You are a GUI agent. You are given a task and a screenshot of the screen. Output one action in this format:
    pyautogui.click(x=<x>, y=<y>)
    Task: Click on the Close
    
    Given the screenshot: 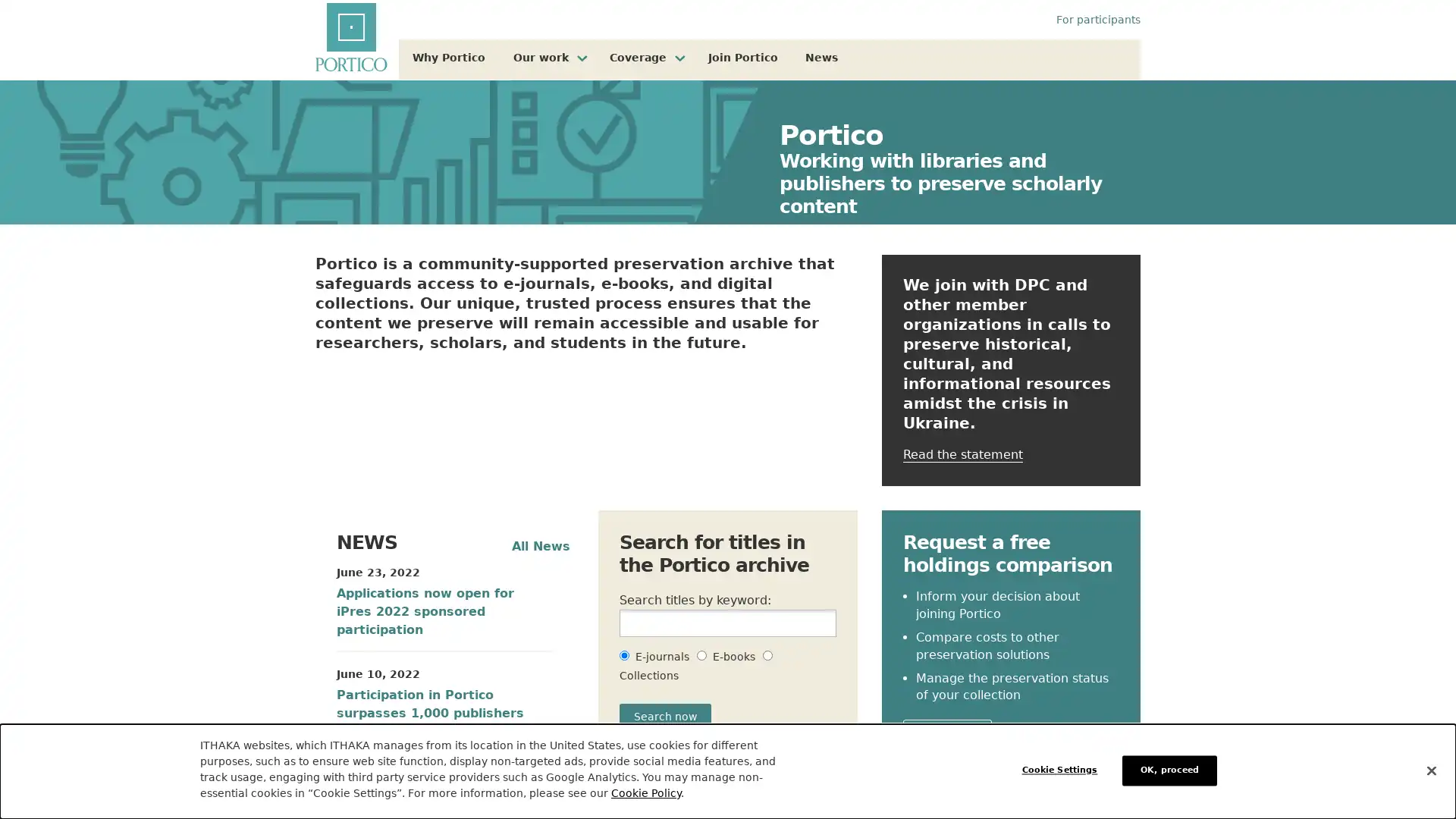 What is the action you would take?
    pyautogui.click(x=1430, y=770)
    